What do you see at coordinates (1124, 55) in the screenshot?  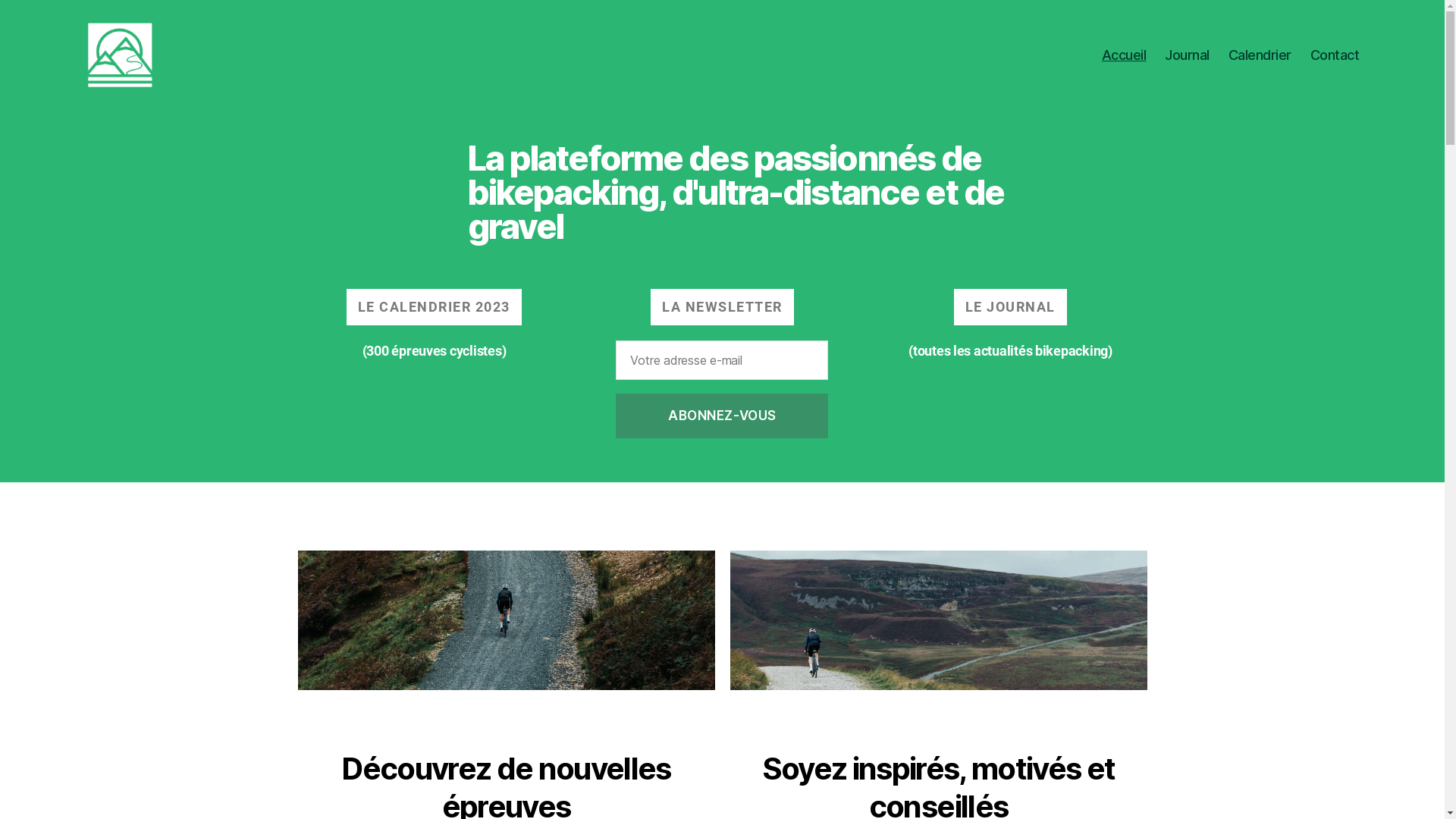 I see `'Accueil'` at bounding box center [1124, 55].